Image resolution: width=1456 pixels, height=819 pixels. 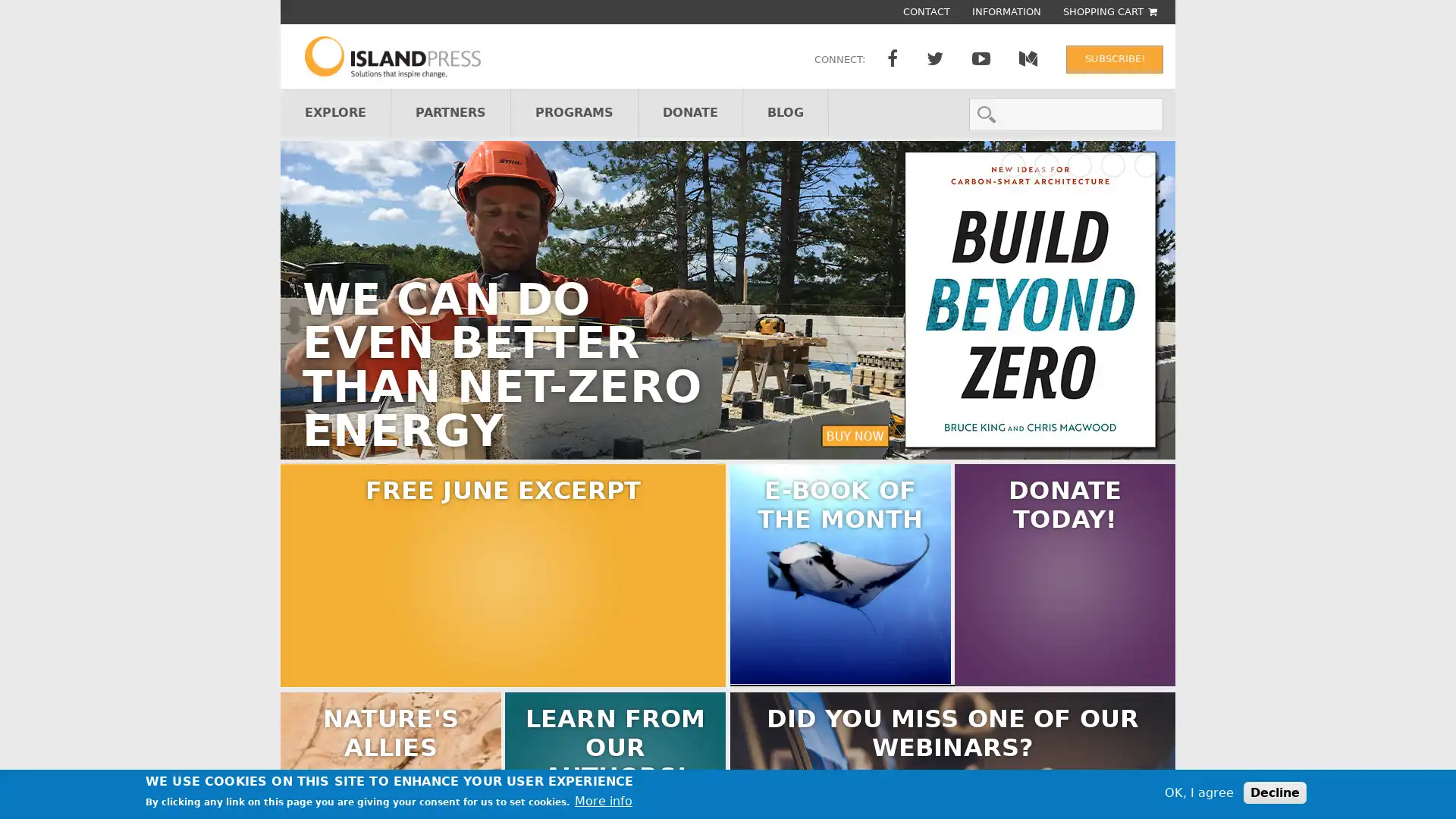 What do you see at coordinates (1198, 792) in the screenshot?
I see `OK, I agree` at bounding box center [1198, 792].